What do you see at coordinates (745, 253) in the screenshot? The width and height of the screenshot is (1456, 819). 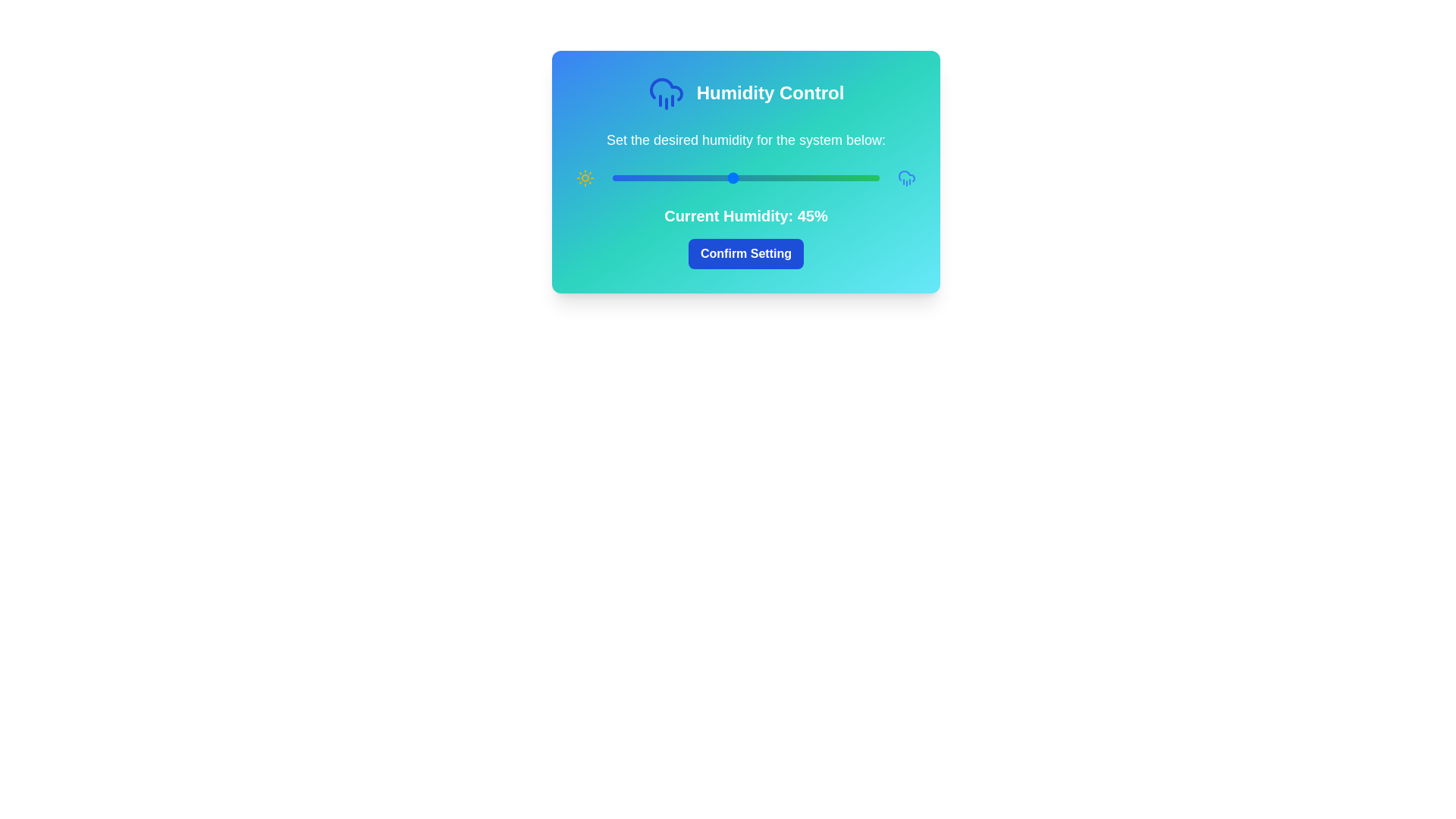 I see `the 'Confirm Setting' button to confirm the humidity setting` at bounding box center [745, 253].